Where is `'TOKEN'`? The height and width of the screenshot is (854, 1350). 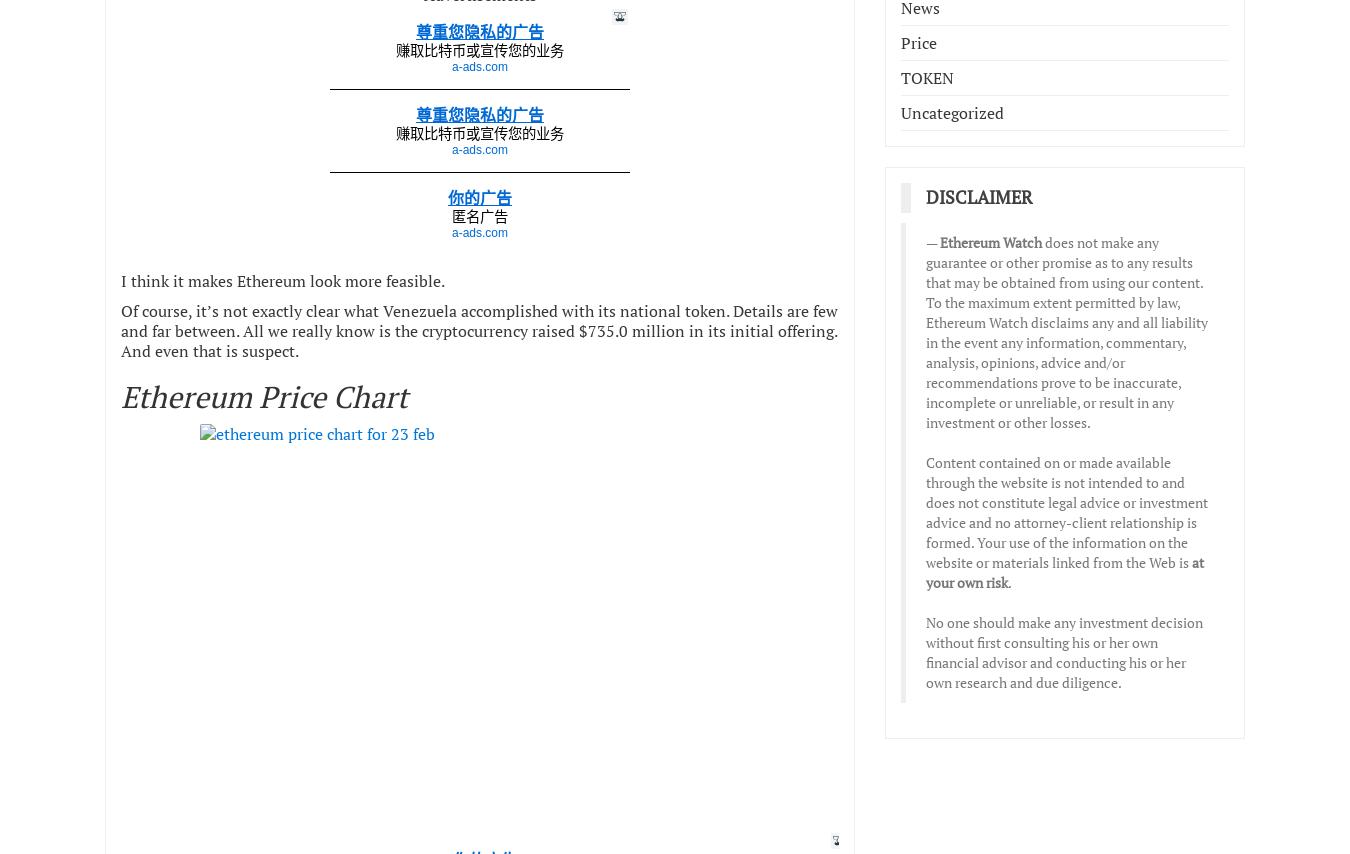 'TOKEN' is located at coordinates (926, 76).